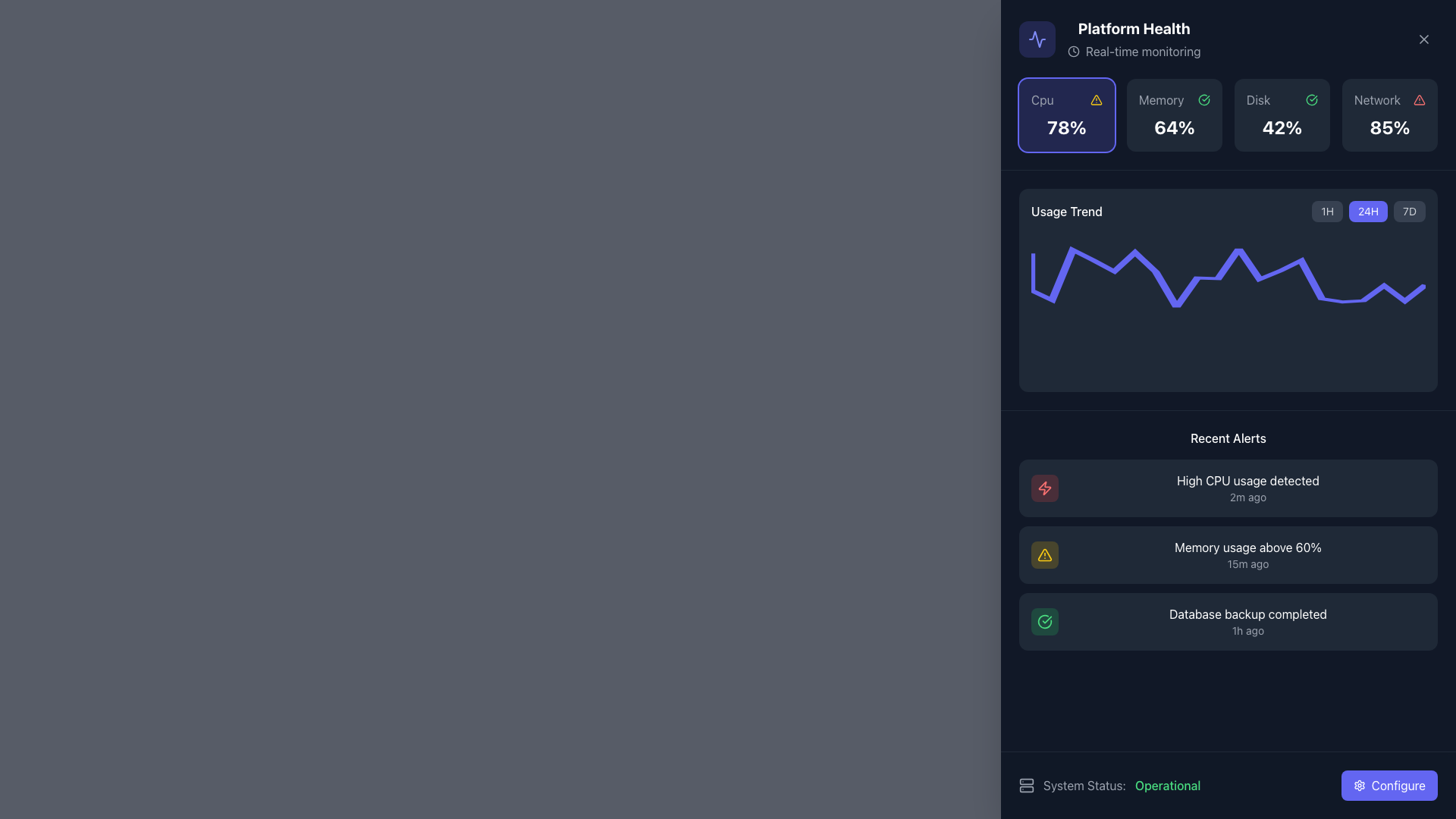 Image resolution: width=1456 pixels, height=819 pixels. I want to click on system status information from the Status bar which displays 'System Status: Operational' and includes a 'Configure' button, so click(1228, 785).